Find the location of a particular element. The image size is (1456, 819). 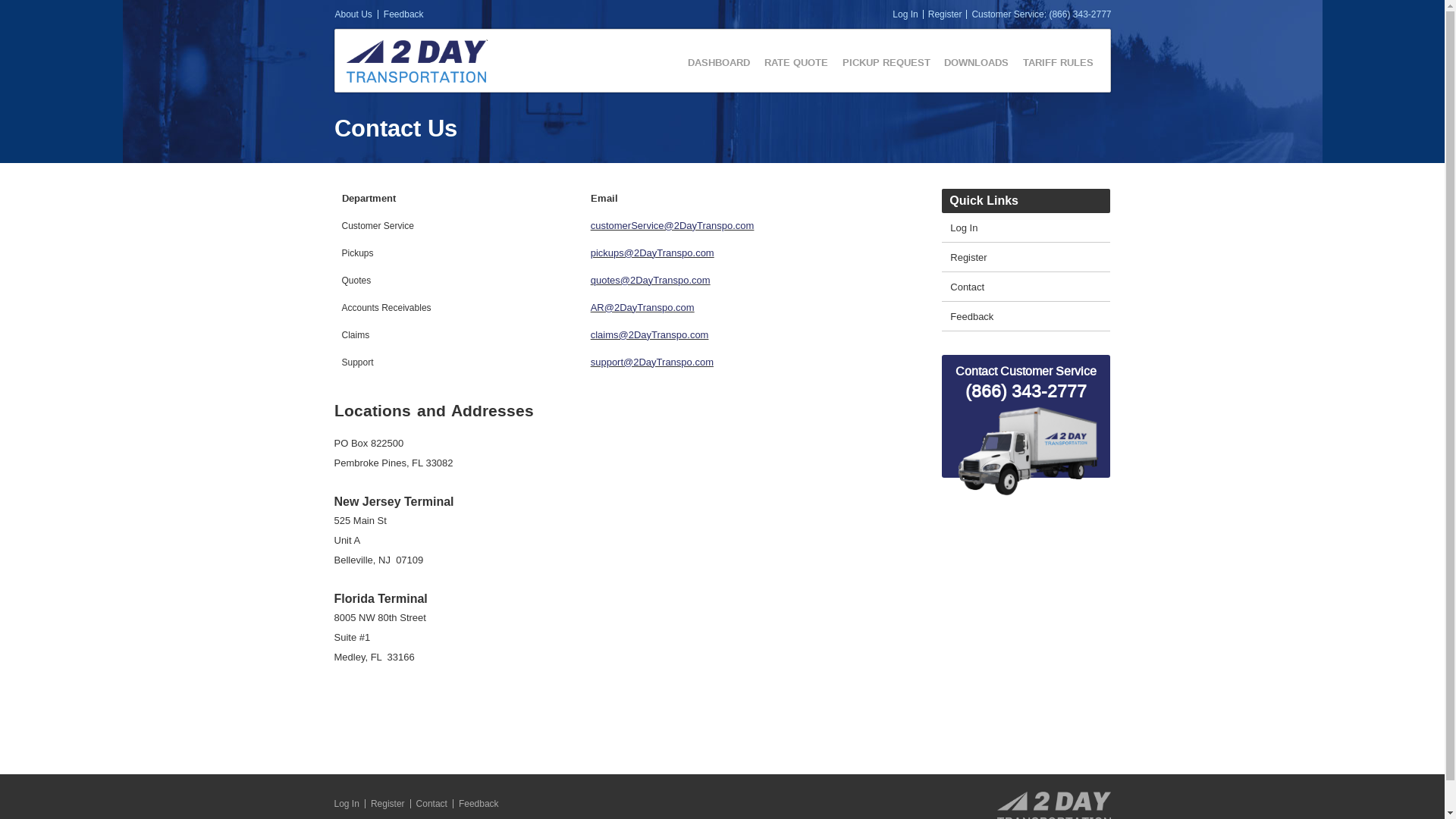

'claims@2DayTranspo.com' is located at coordinates (589, 334).